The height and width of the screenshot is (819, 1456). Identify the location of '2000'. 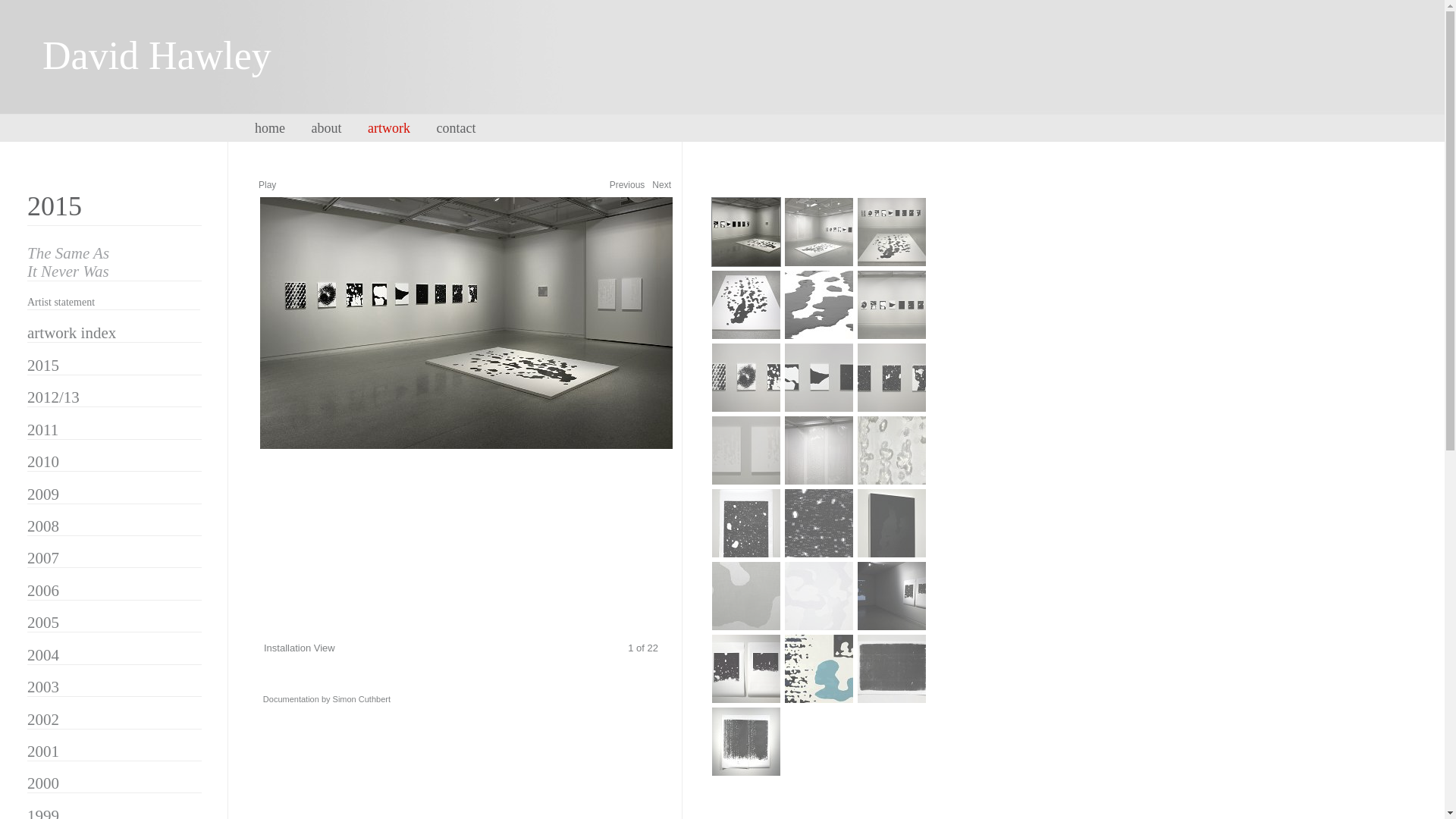
(43, 783).